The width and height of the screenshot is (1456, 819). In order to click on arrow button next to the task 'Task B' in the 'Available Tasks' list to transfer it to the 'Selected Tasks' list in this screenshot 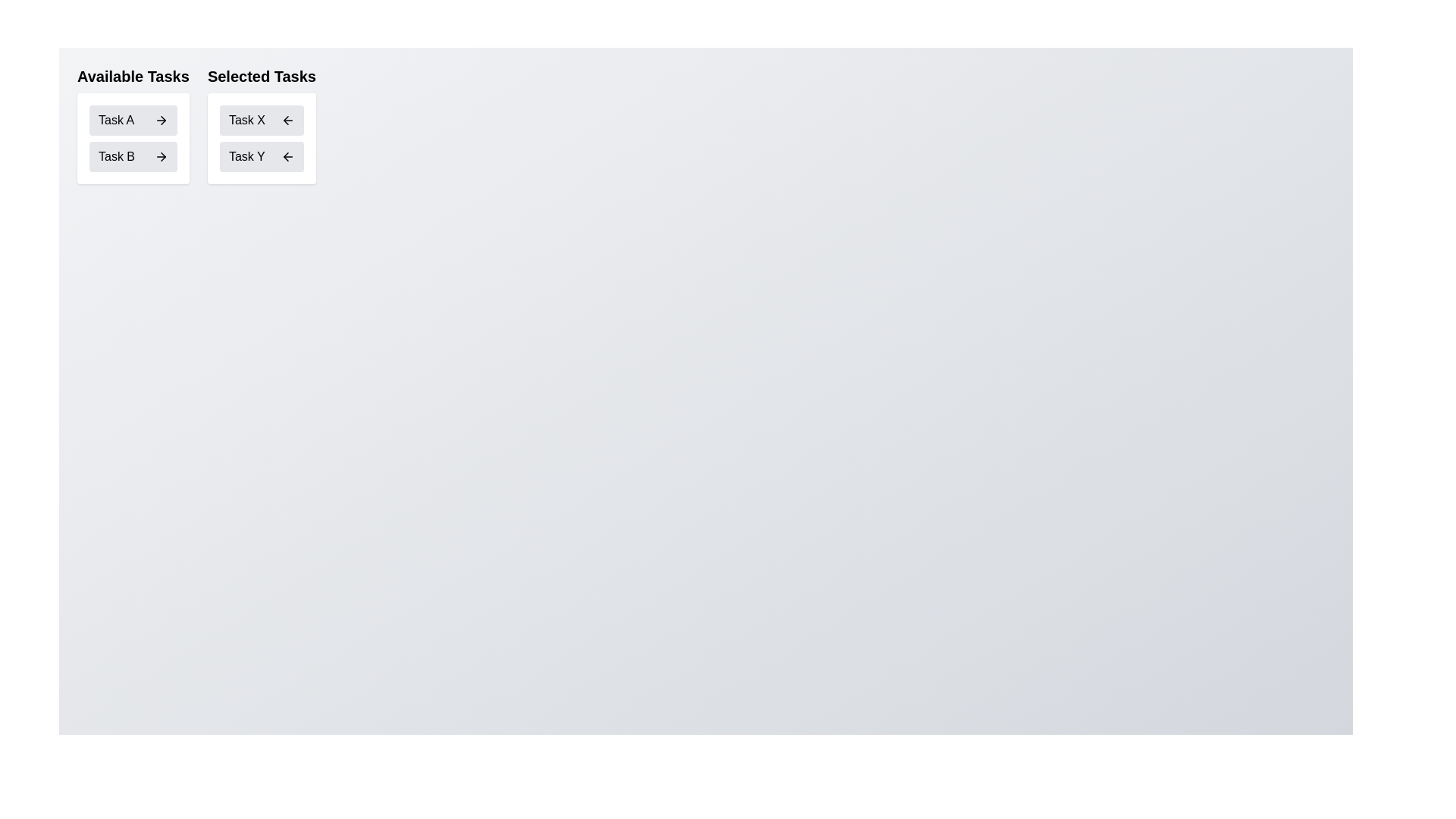, I will do `click(161, 157)`.